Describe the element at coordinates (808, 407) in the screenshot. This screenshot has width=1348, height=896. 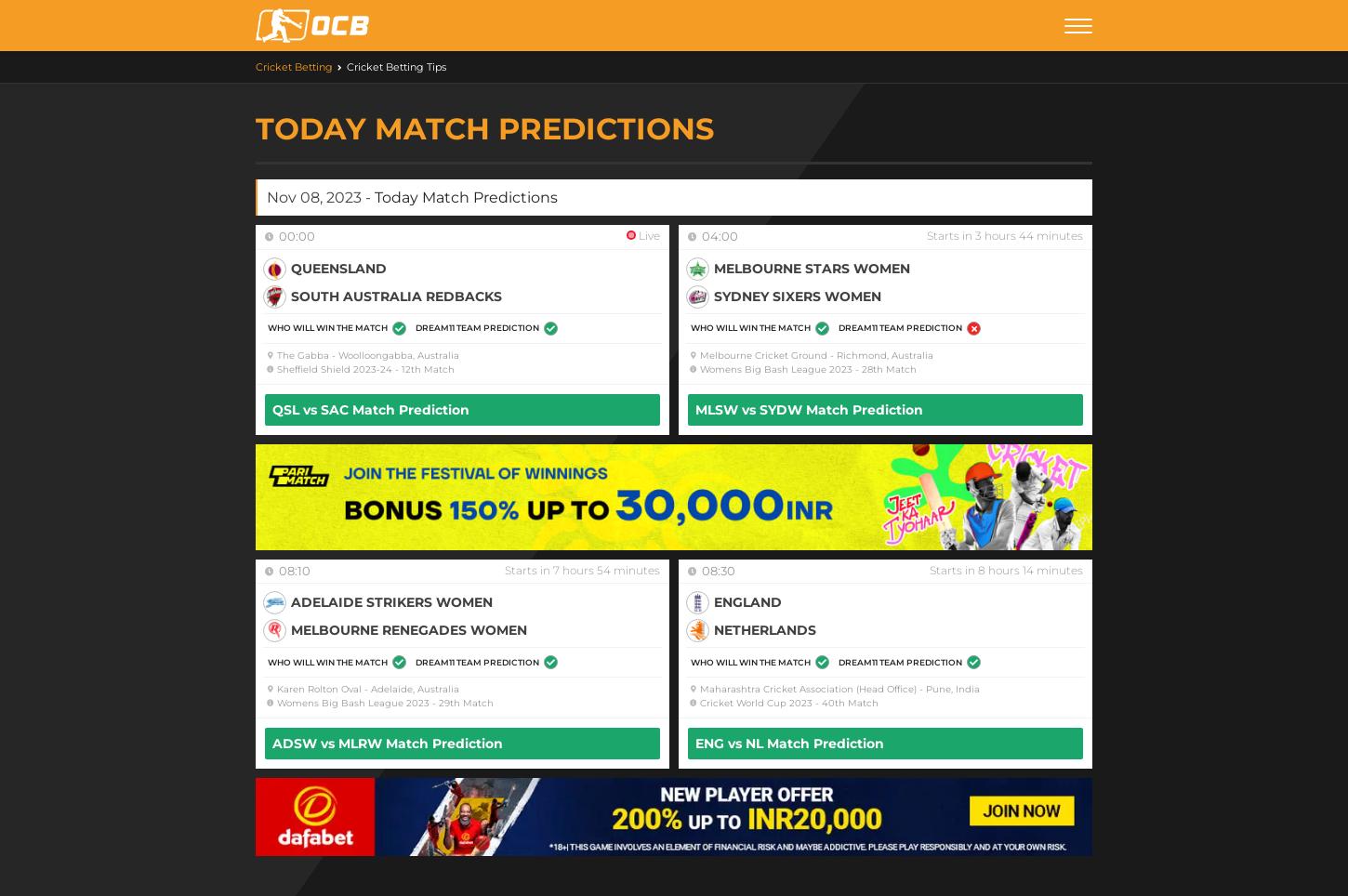
I see `'MLSW vs SYDW Match Prediction'` at that location.